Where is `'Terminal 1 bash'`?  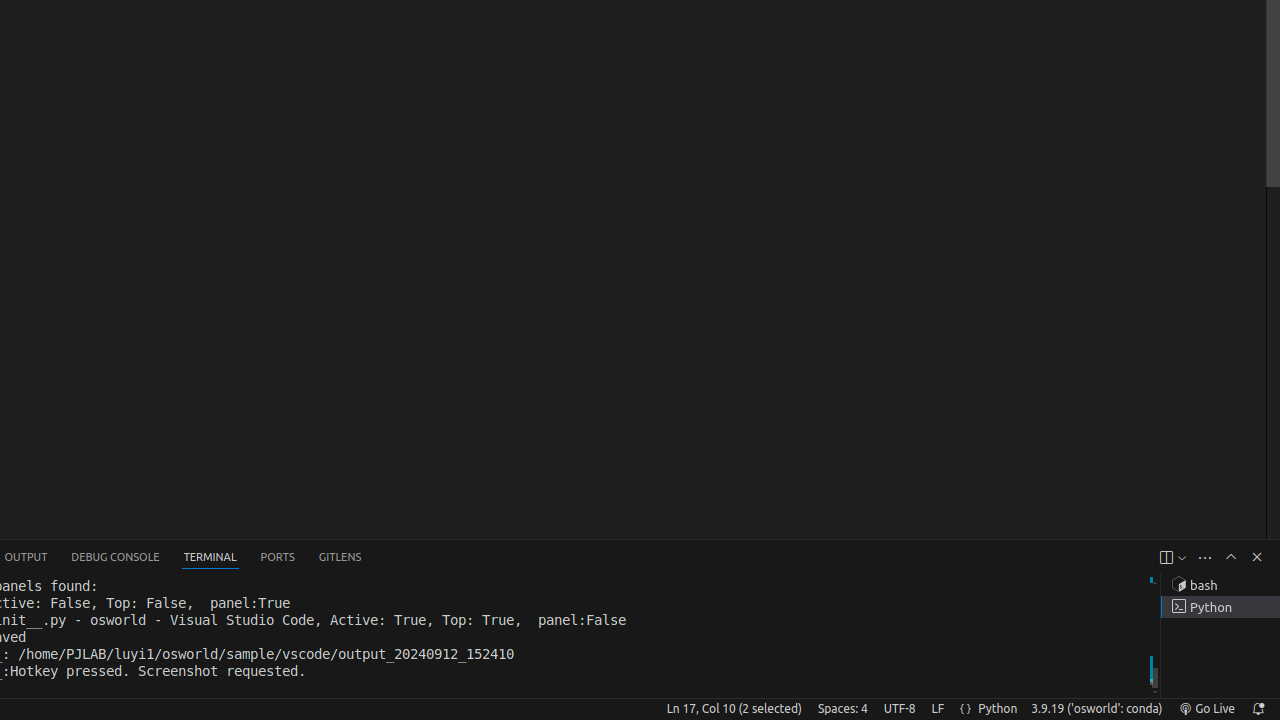
'Terminal 1 bash' is located at coordinates (1219, 585).